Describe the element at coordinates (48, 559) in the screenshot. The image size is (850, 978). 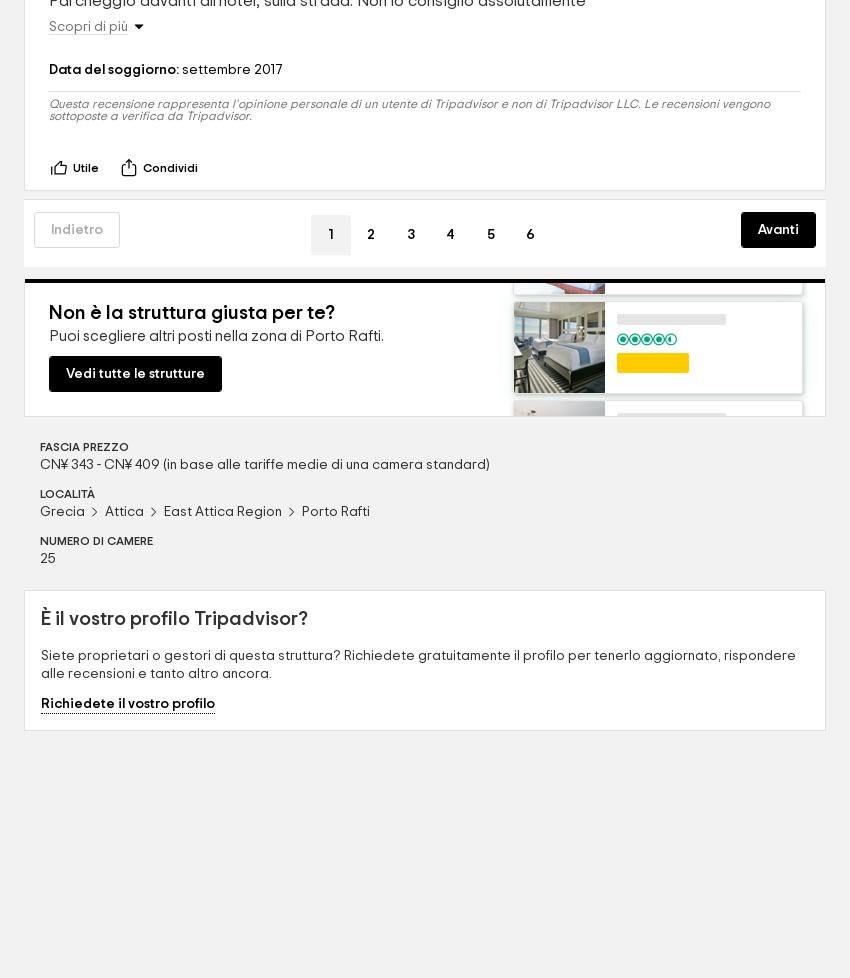
I see `'25'` at that location.